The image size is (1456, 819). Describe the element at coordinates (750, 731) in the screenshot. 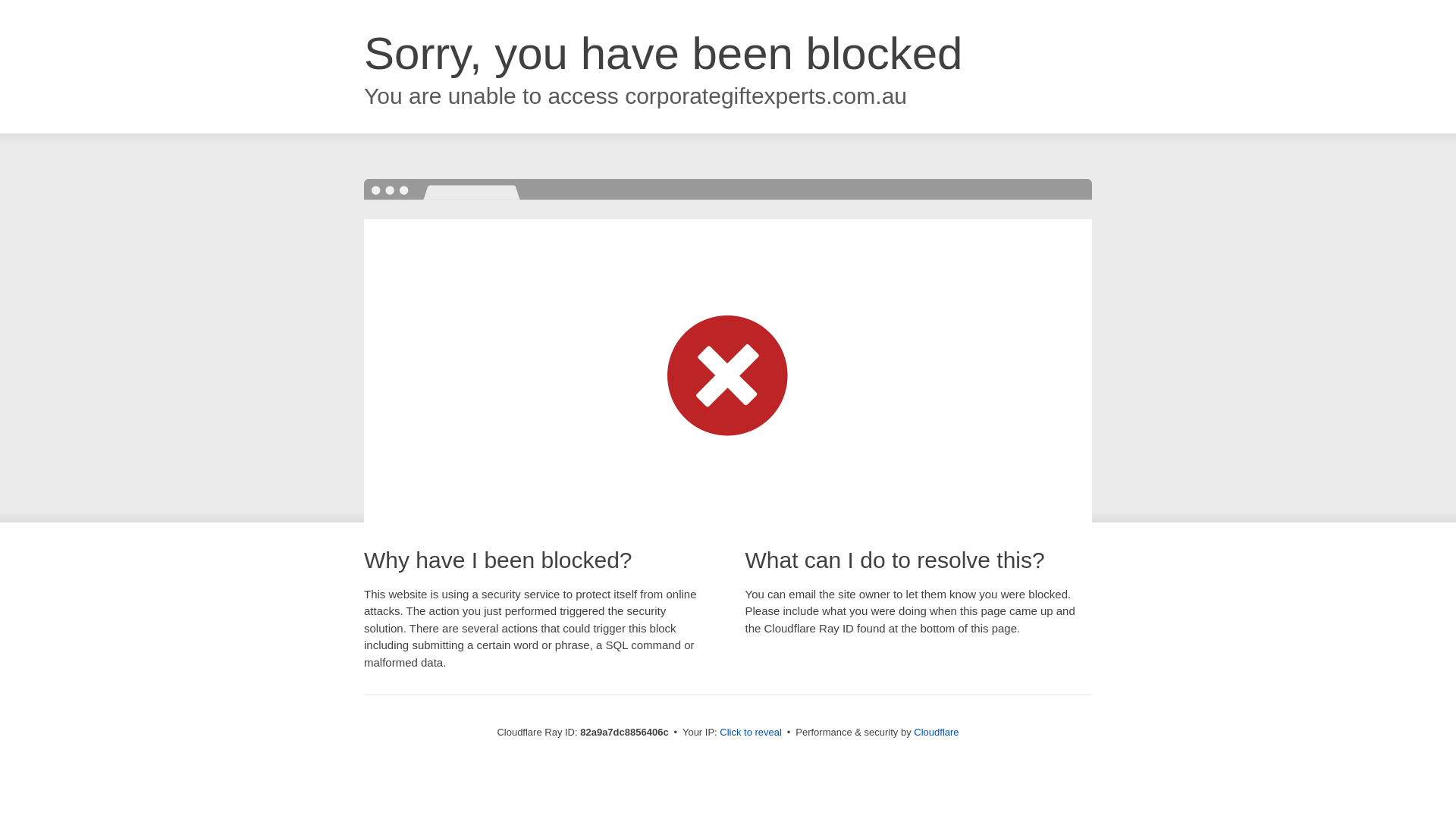

I see `'Click to reveal'` at that location.